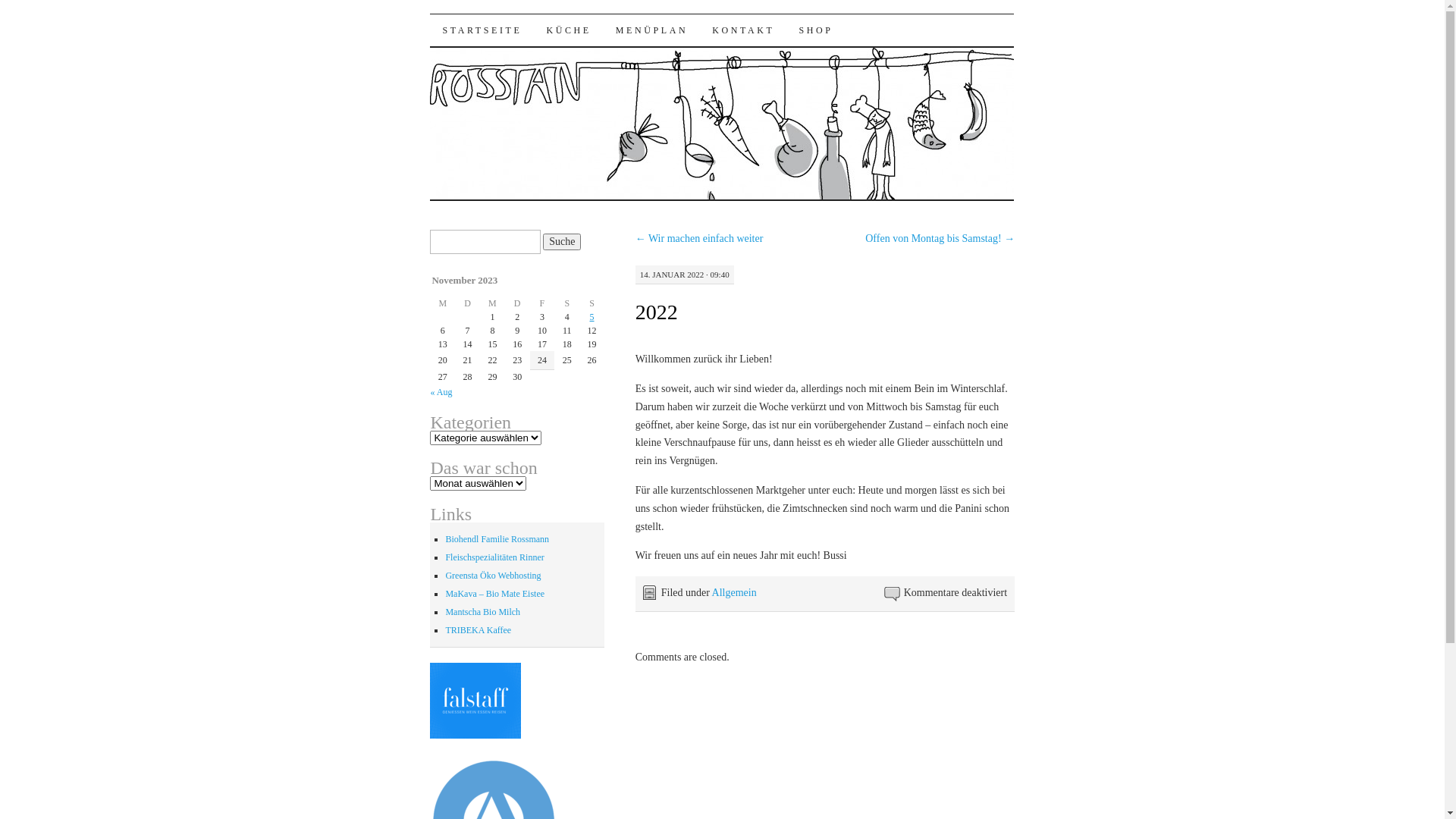  Describe the element at coordinates (479, 27) in the screenshot. I see `'Rossian'` at that location.